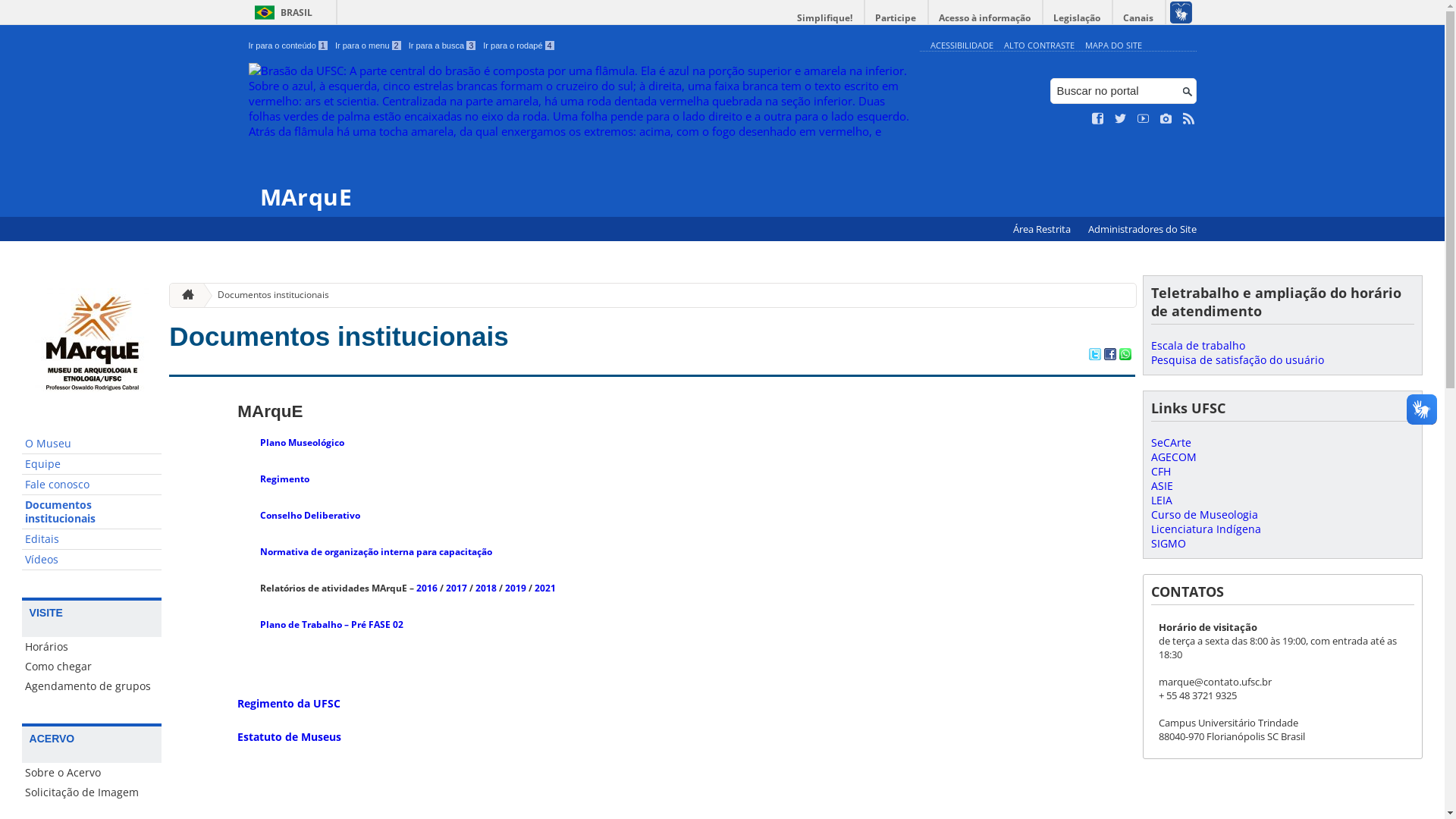 This screenshot has height=819, width=1456. I want to click on '2017', so click(455, 587).